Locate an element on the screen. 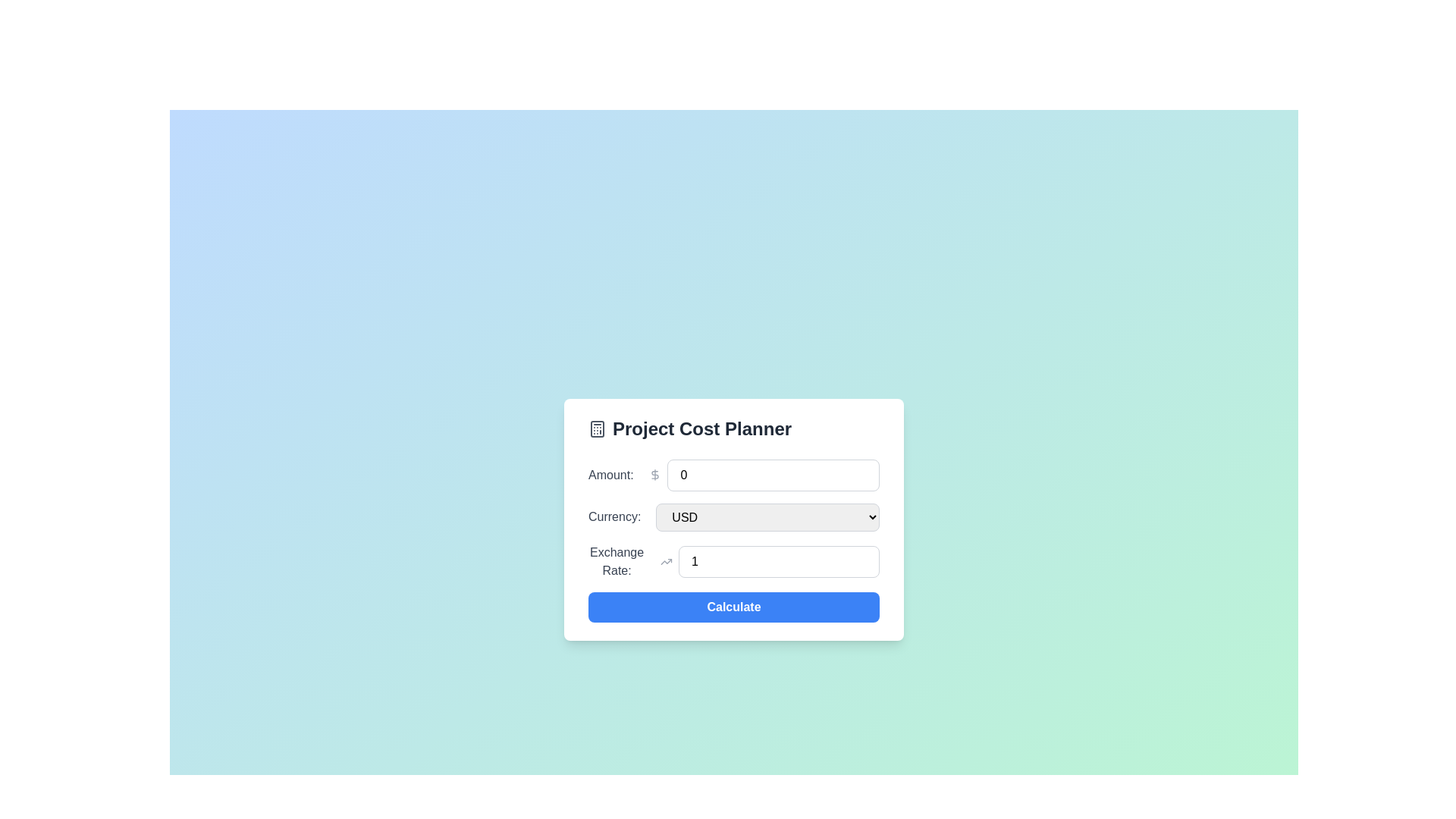 Image resolution: width=1456 pixels, height=819 pixels. an option from the currency dropdown menu located between the 'Amount:' input field and the 'Exchange Rate:' input field is located at coordinates (734, 516).